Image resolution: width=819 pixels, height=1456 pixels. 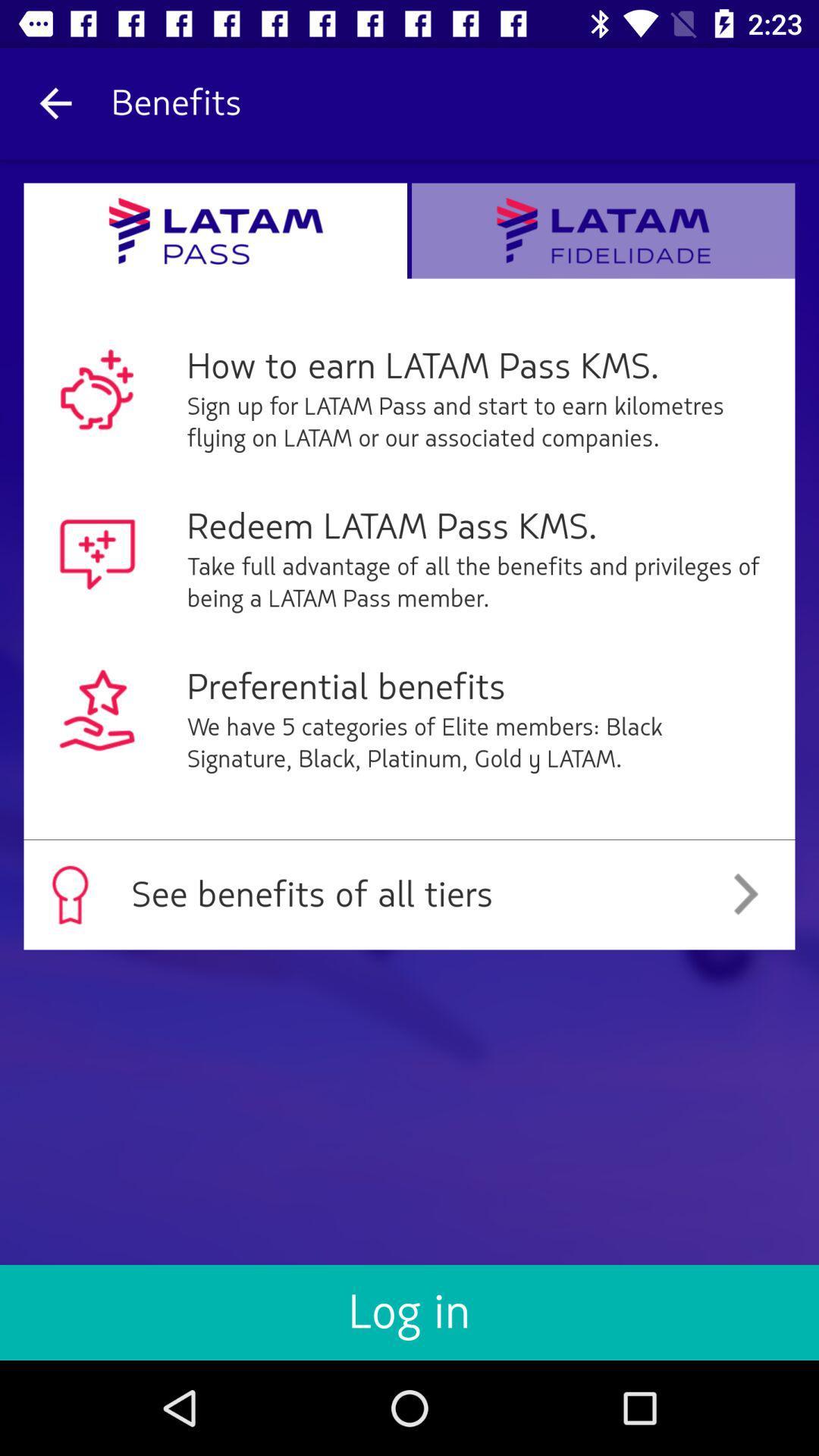 What do you see at coordinates (602, 230) in the screenshot?
I see `see more options` at bounding box center [602, 230].